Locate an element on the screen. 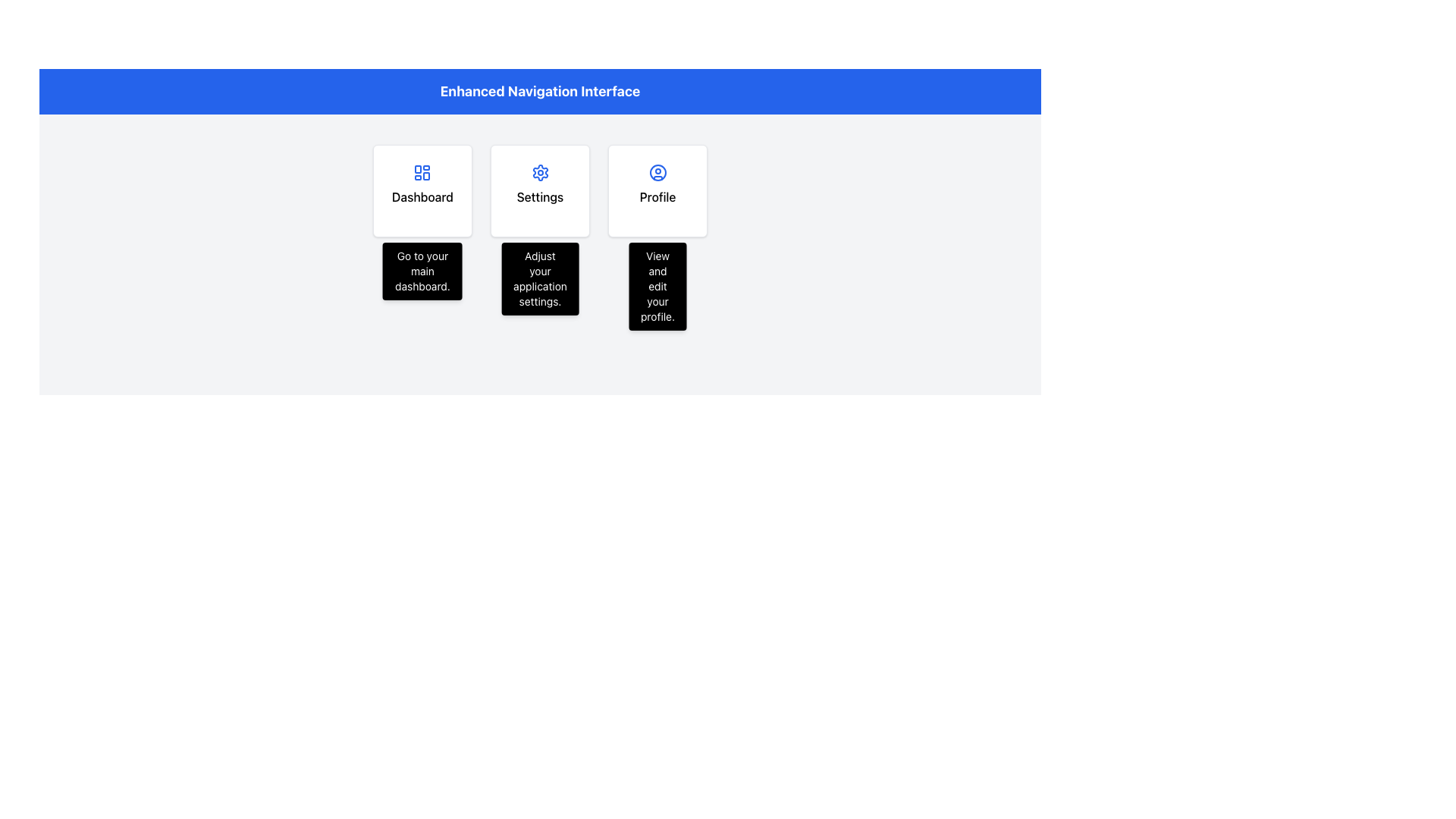 This screenshot has height=819, width=1456. the blue grid icon located at the top center of the 'Dashboard' card UI component is located at coordinates (422, 171).